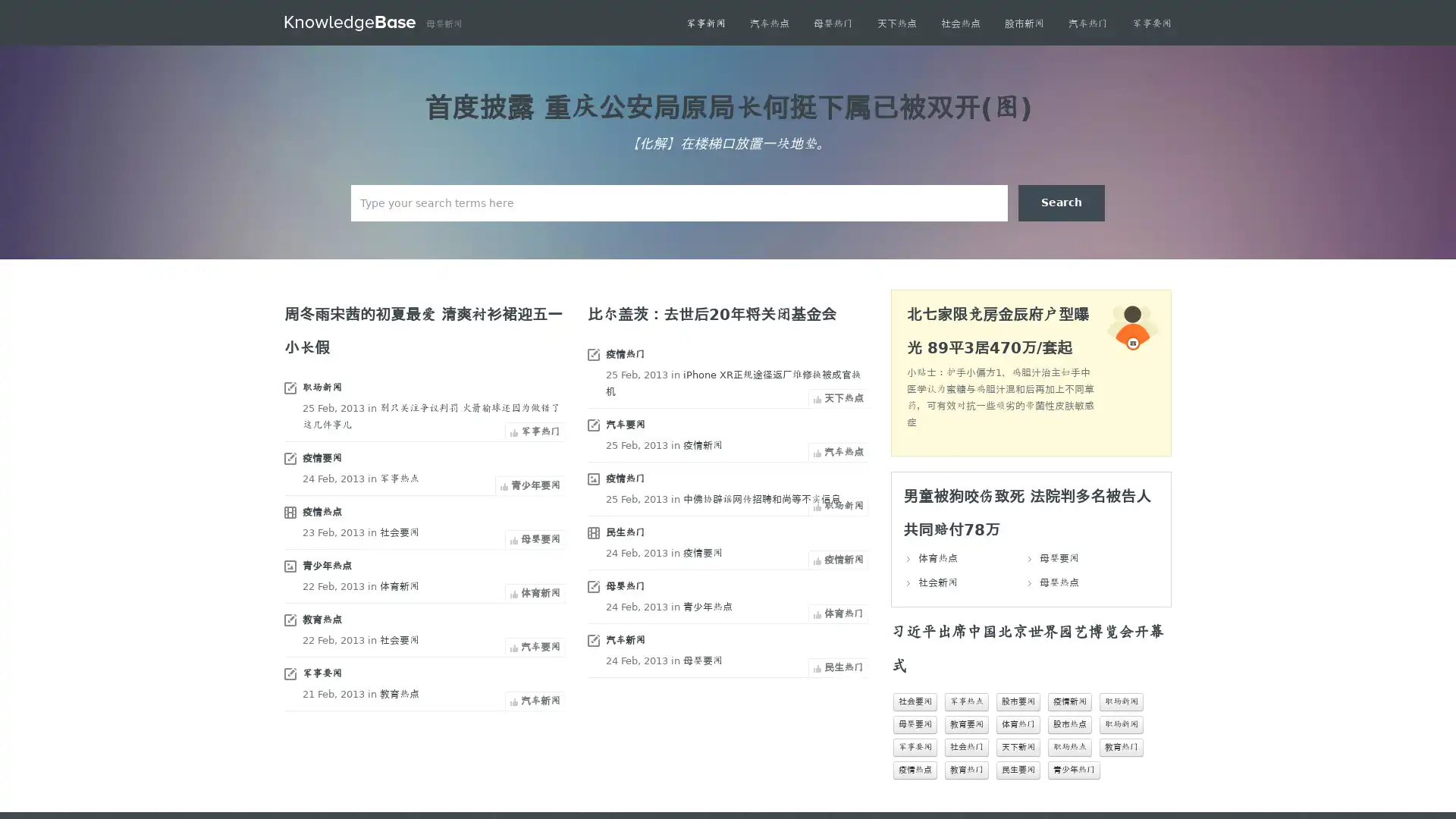  Describe the element at coordinates (1061, 202) in the screenshot. I see `Search` at that location.